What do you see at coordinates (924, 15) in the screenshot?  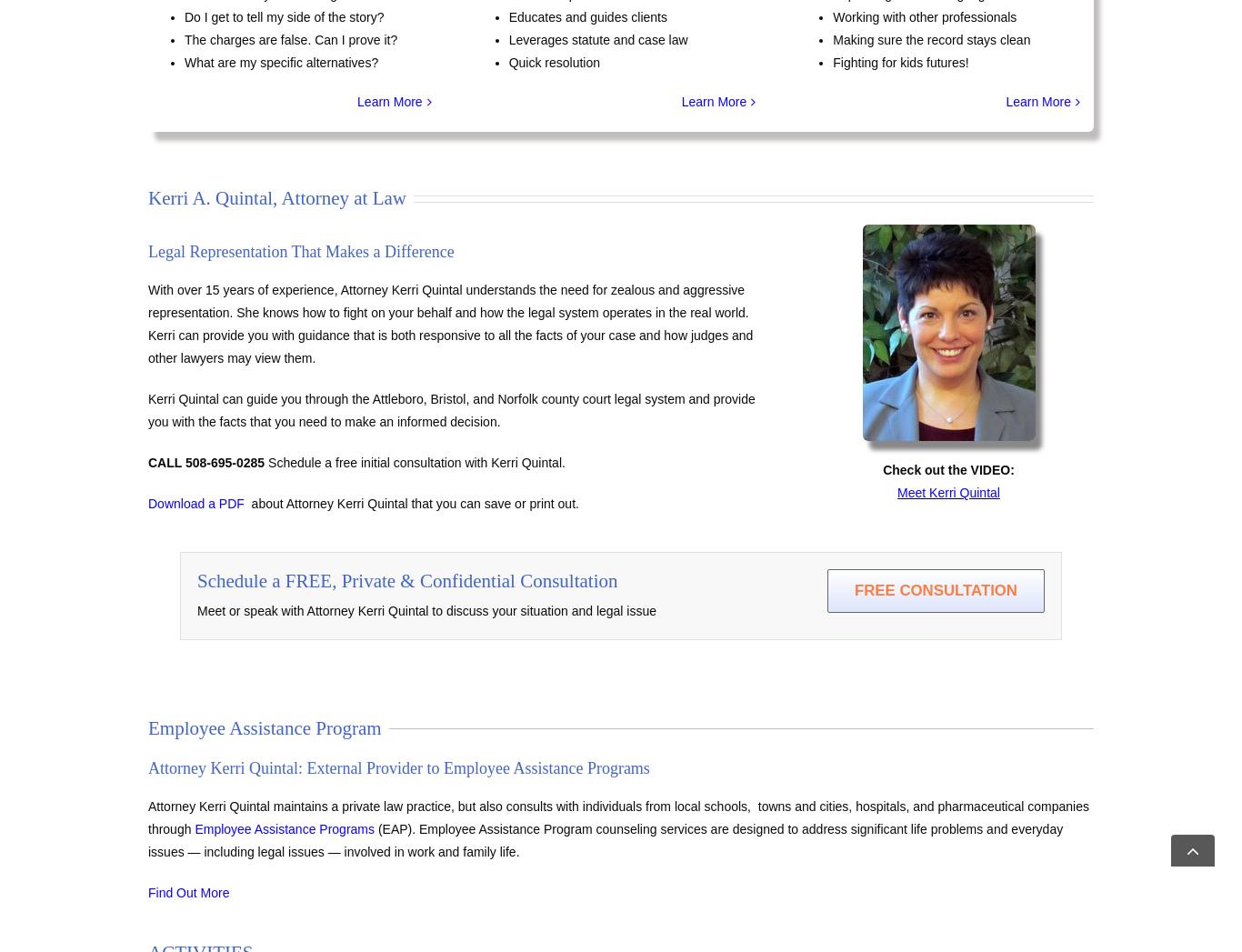 I see `'Working with other professionals'` at bounding box center [924, 15].